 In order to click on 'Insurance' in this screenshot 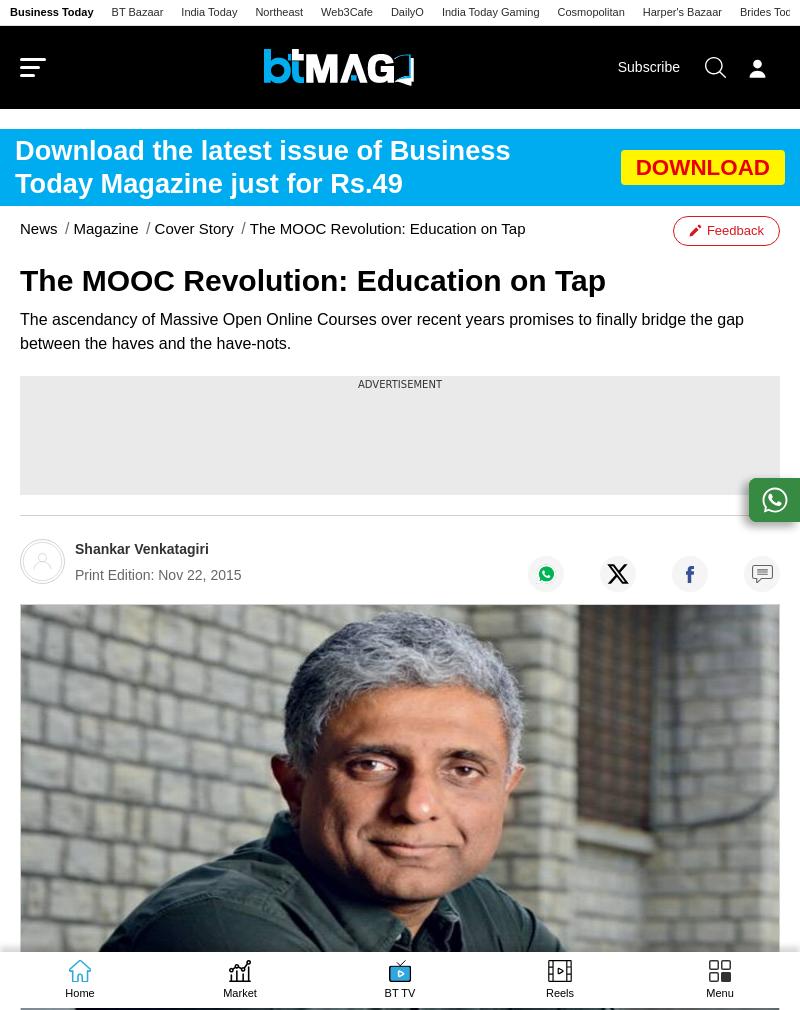, I will do `click(435, 843)`.